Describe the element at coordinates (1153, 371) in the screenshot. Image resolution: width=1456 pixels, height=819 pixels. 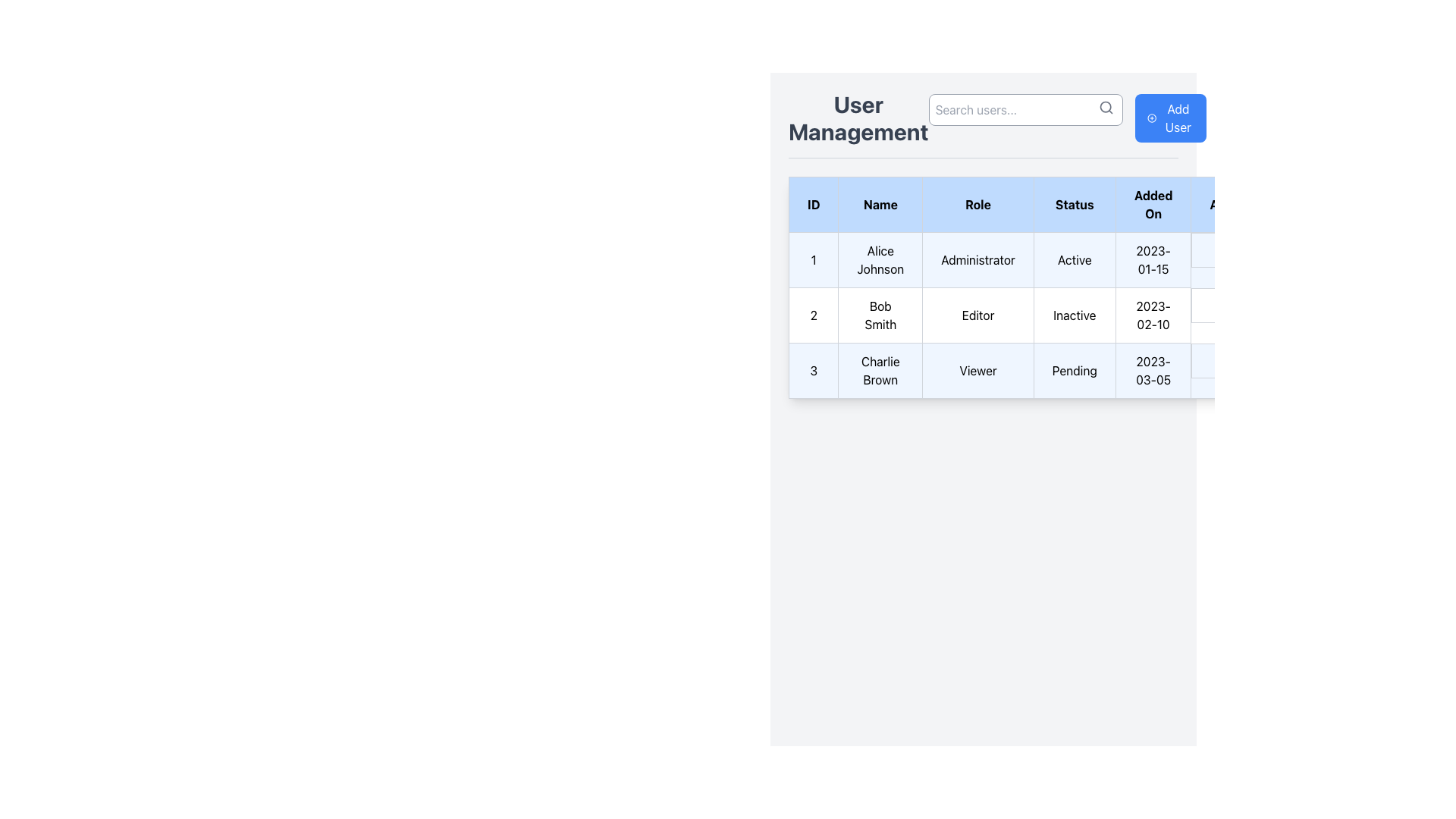
I see `the 'Added On' date cell for the 'Charlie Brown' row in the 'User Management' table, which is the fifth cell in the third row` at that location.